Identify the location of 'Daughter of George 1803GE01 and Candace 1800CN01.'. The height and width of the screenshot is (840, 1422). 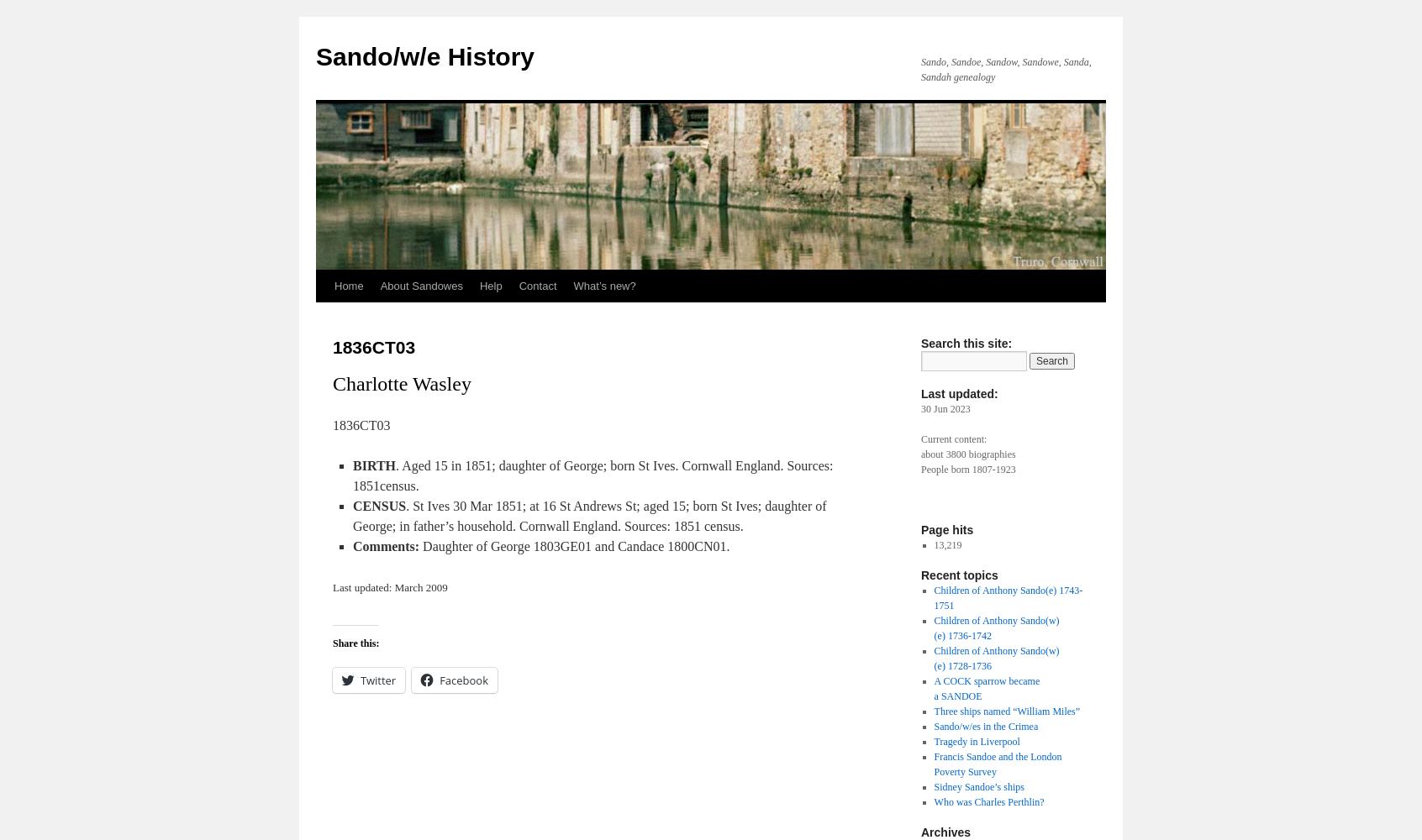
(574, 546).